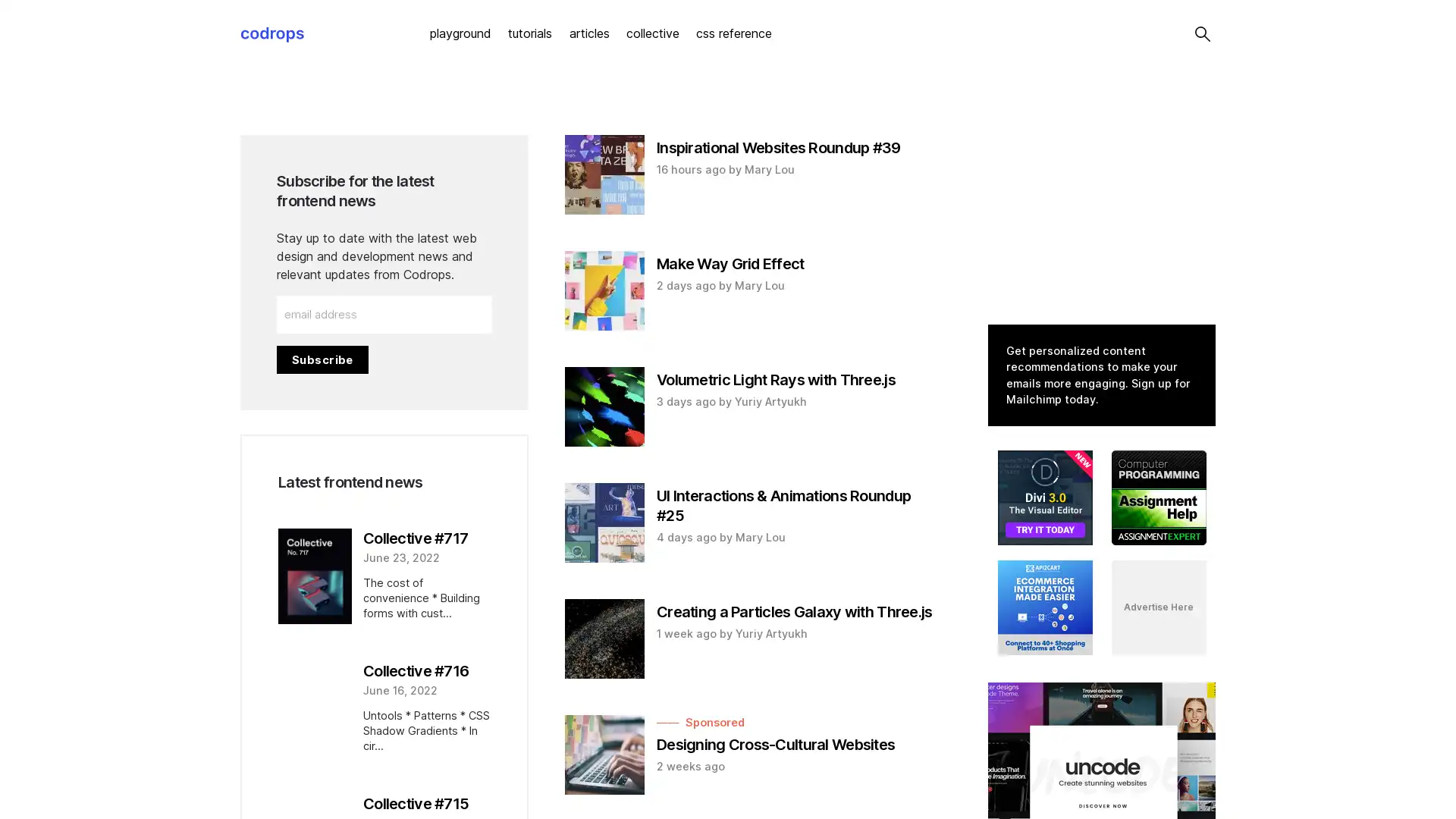  Describe the element at coordinates (322, 359) in the screenshot. I see `Subscribe` at that location.